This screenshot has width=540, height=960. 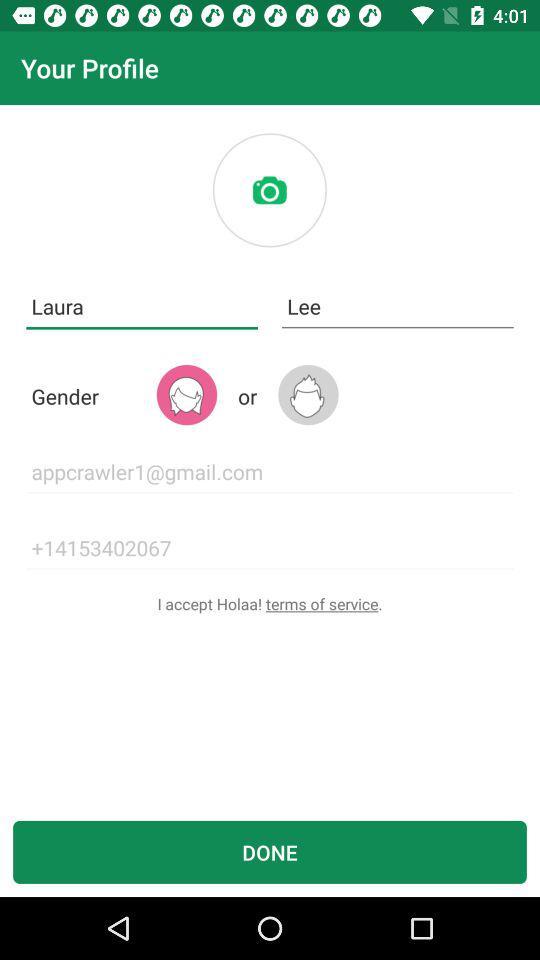 I want to click on item next to or icon, so click(x=308, y=394).